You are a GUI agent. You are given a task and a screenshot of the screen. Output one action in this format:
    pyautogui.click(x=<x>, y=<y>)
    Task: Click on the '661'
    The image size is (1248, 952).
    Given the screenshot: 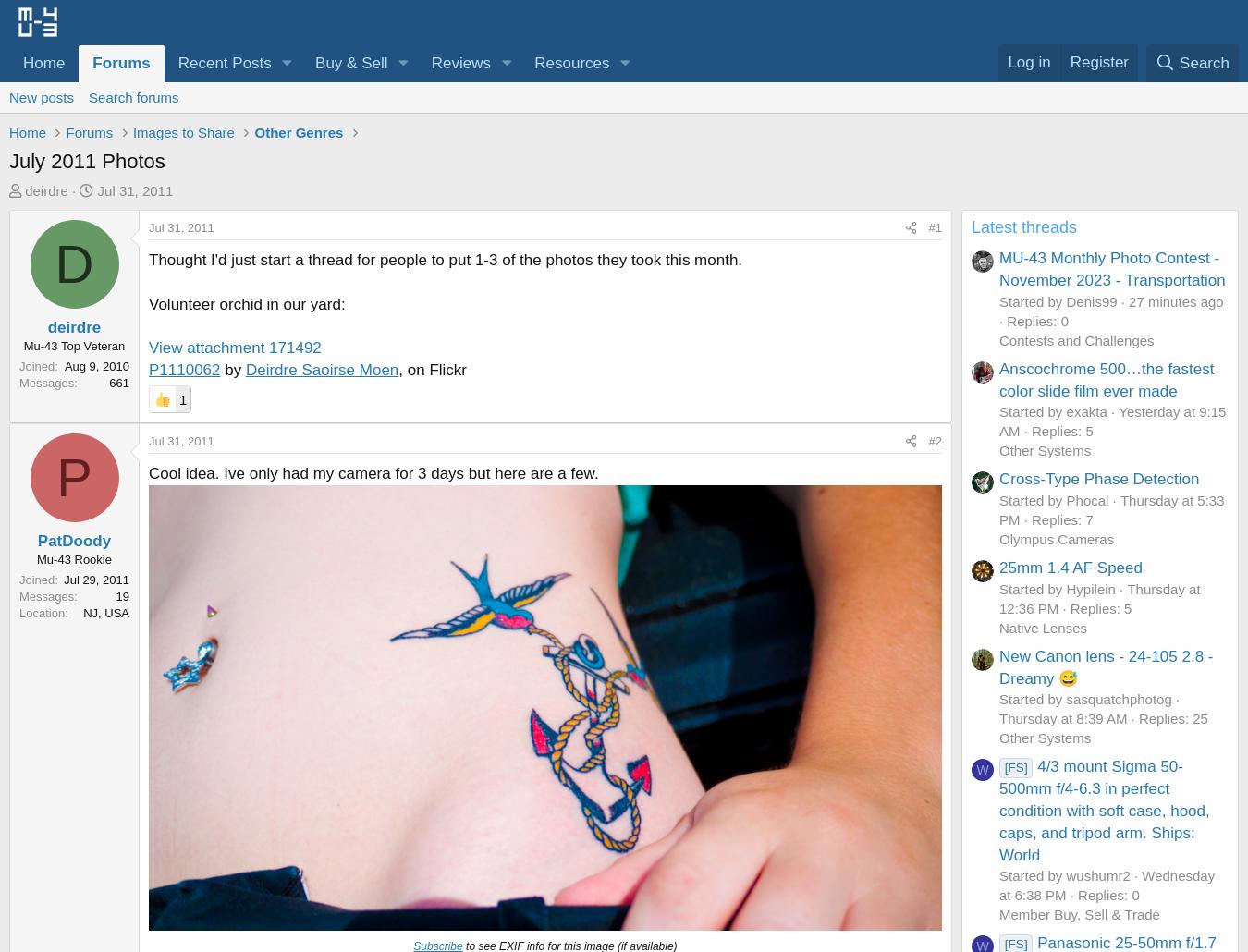 What is the action you would take?
    pyautogui.click(x=119, y=382)
    